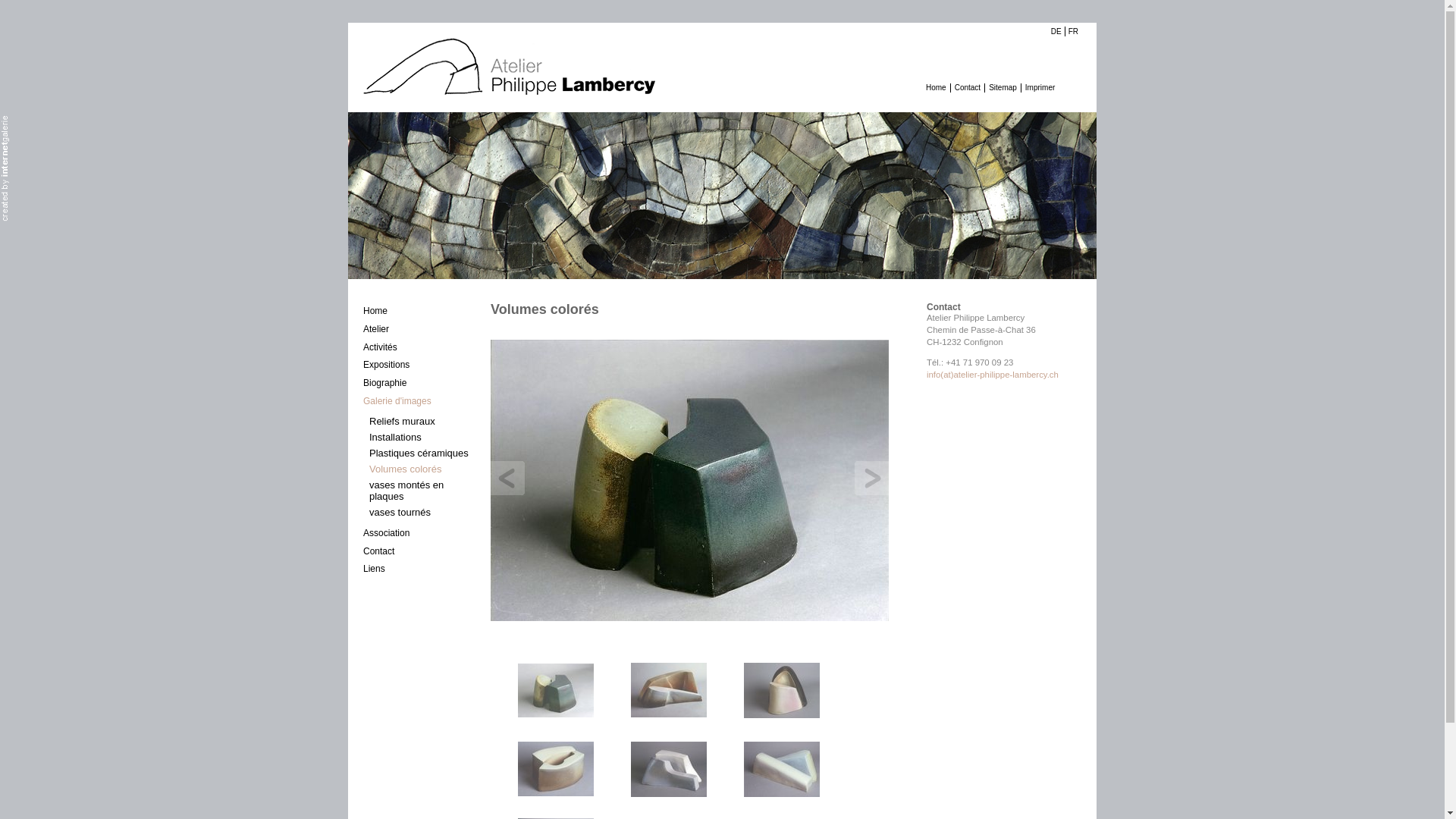 This screenshot has height=819, width=1456. Describe the element at coordinates (993, 374) in the screenshot. I see `'info(at)atelier-philippe-lambercy.ch'` at that location.